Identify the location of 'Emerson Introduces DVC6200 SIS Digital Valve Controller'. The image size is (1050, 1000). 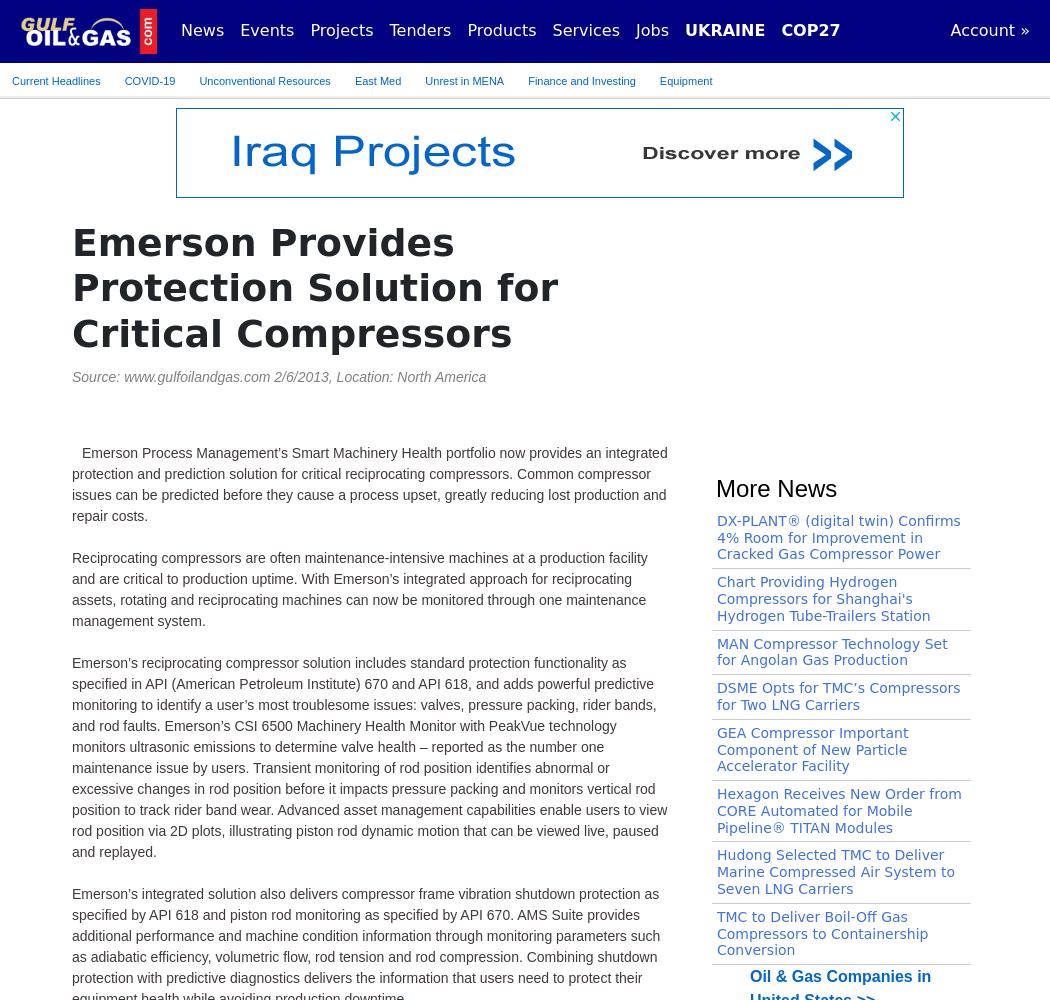
(819, 314).